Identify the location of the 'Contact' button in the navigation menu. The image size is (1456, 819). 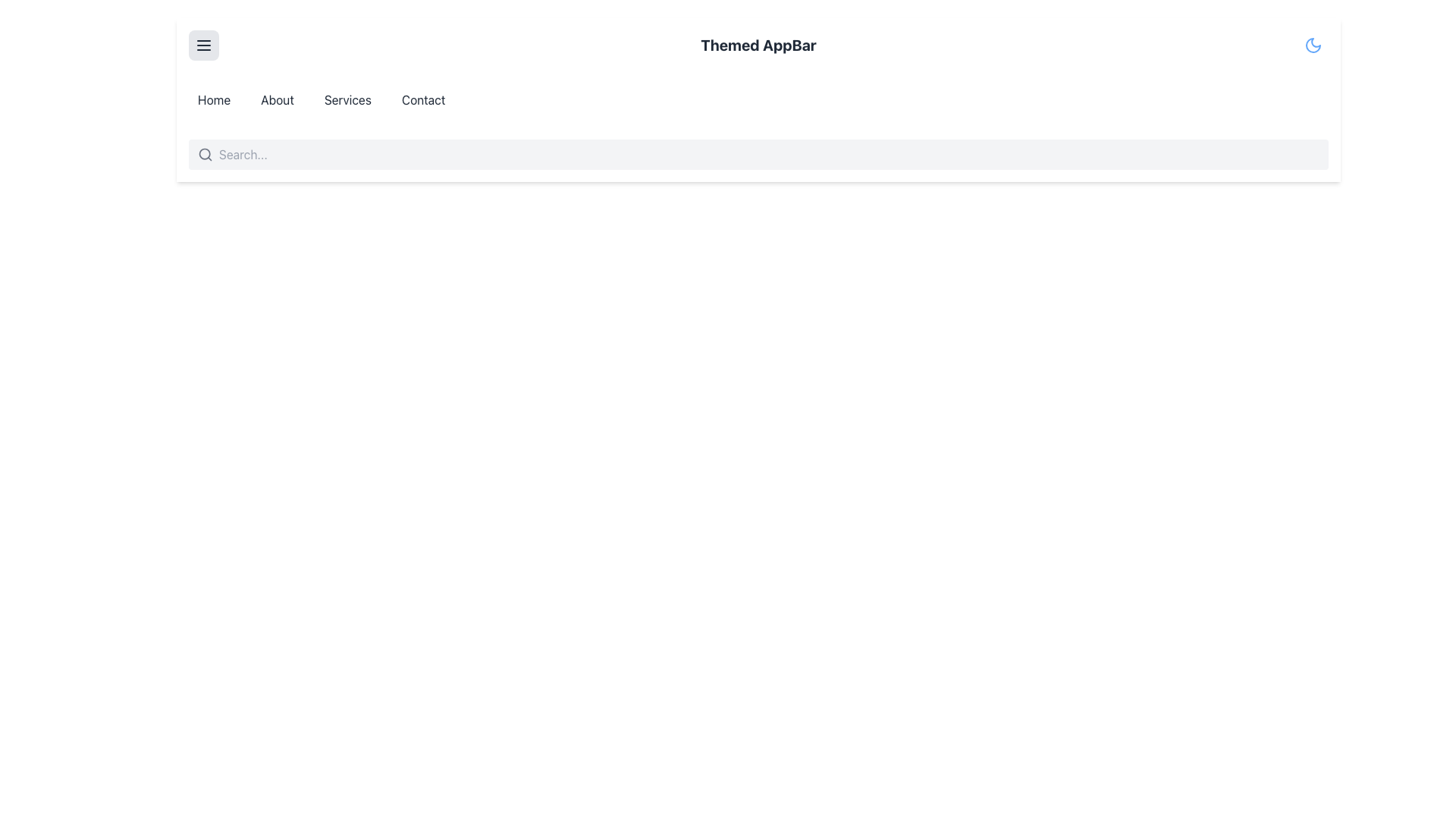
(423, 99).